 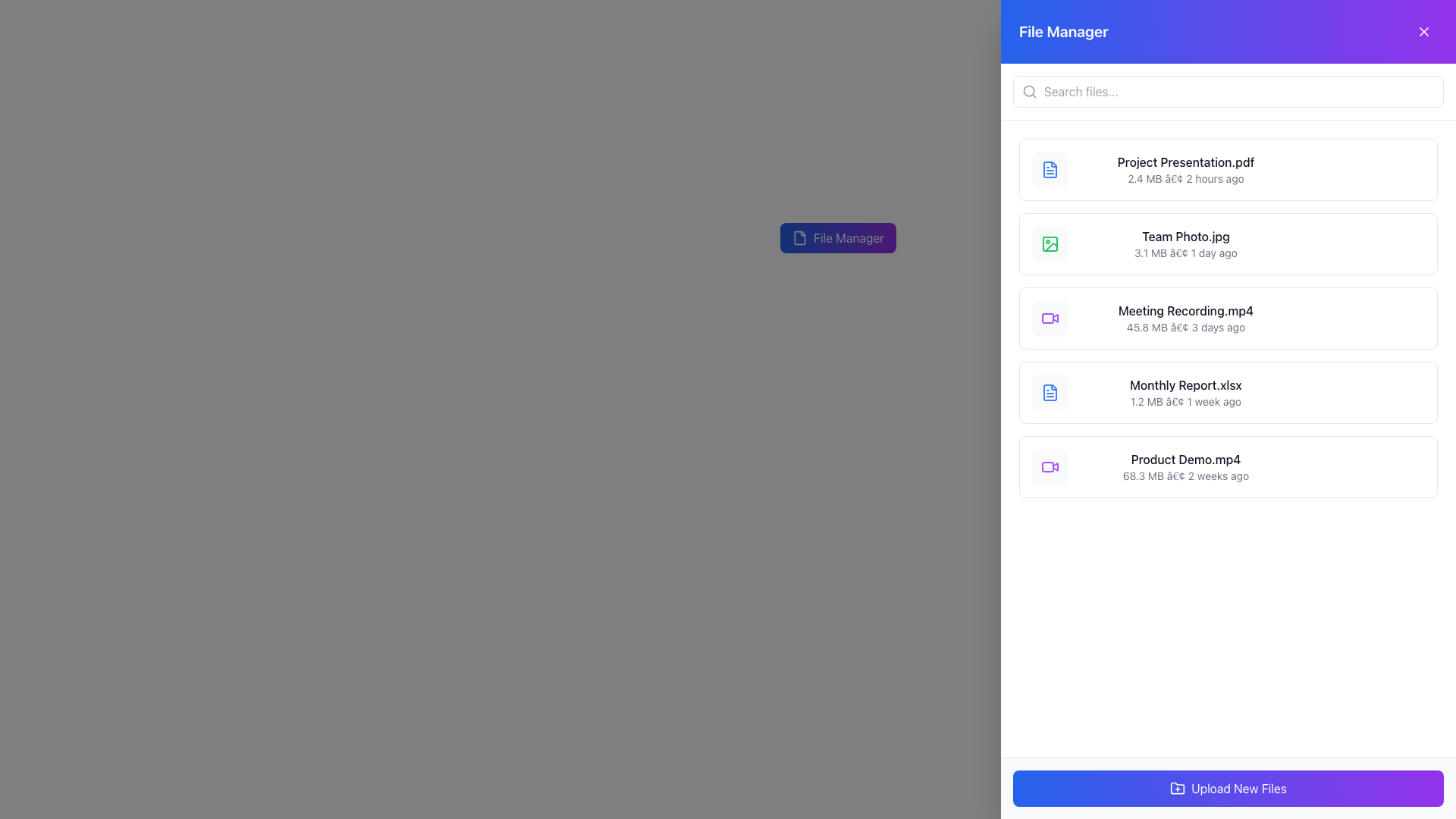 What do you see at coordinates (1228, 318) in the screenshot?
I see `the file entry 'Meeting Recording.mp4' from the list in the 'File Manager' panel` at bounding box center [1228, 318].